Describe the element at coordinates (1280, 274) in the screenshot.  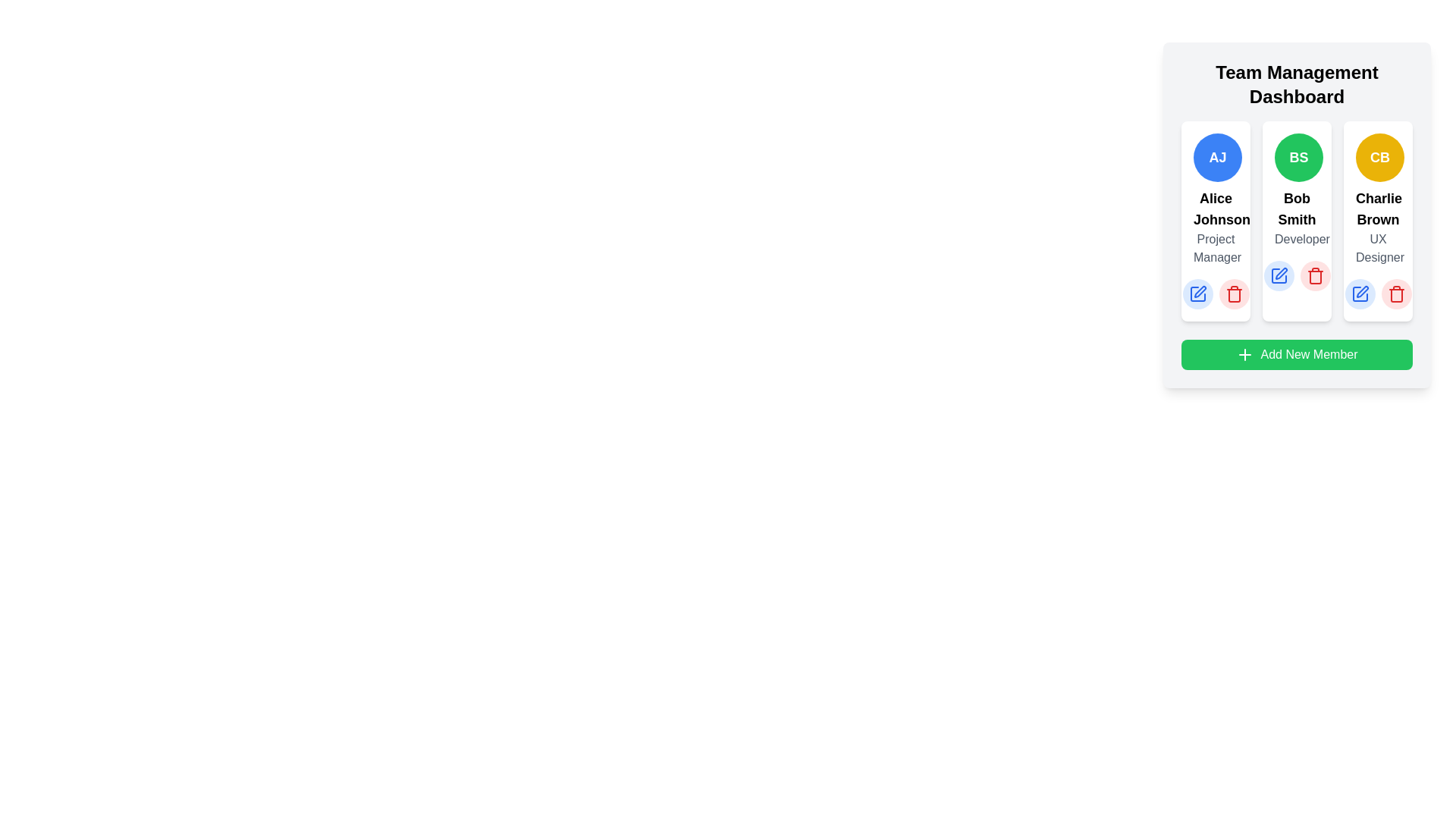
I see `the SVG graphical icon for editing details associated with the 'Bob Smith' profile, which is located in the second card of the 'Team Management Dashboard', next to the delete icon` at that location.